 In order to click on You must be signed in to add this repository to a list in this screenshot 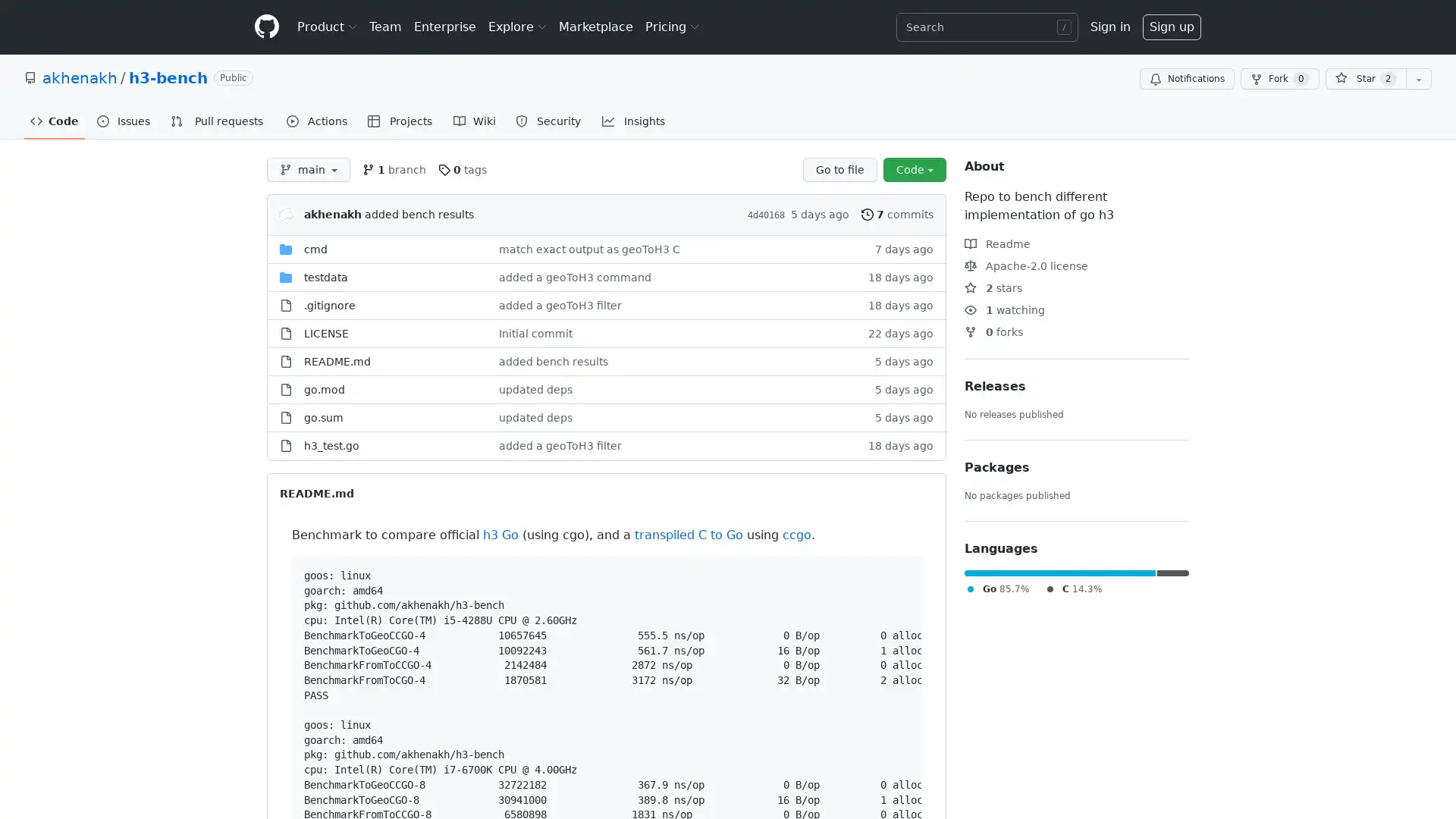, I will do `click(1418, 79)`.